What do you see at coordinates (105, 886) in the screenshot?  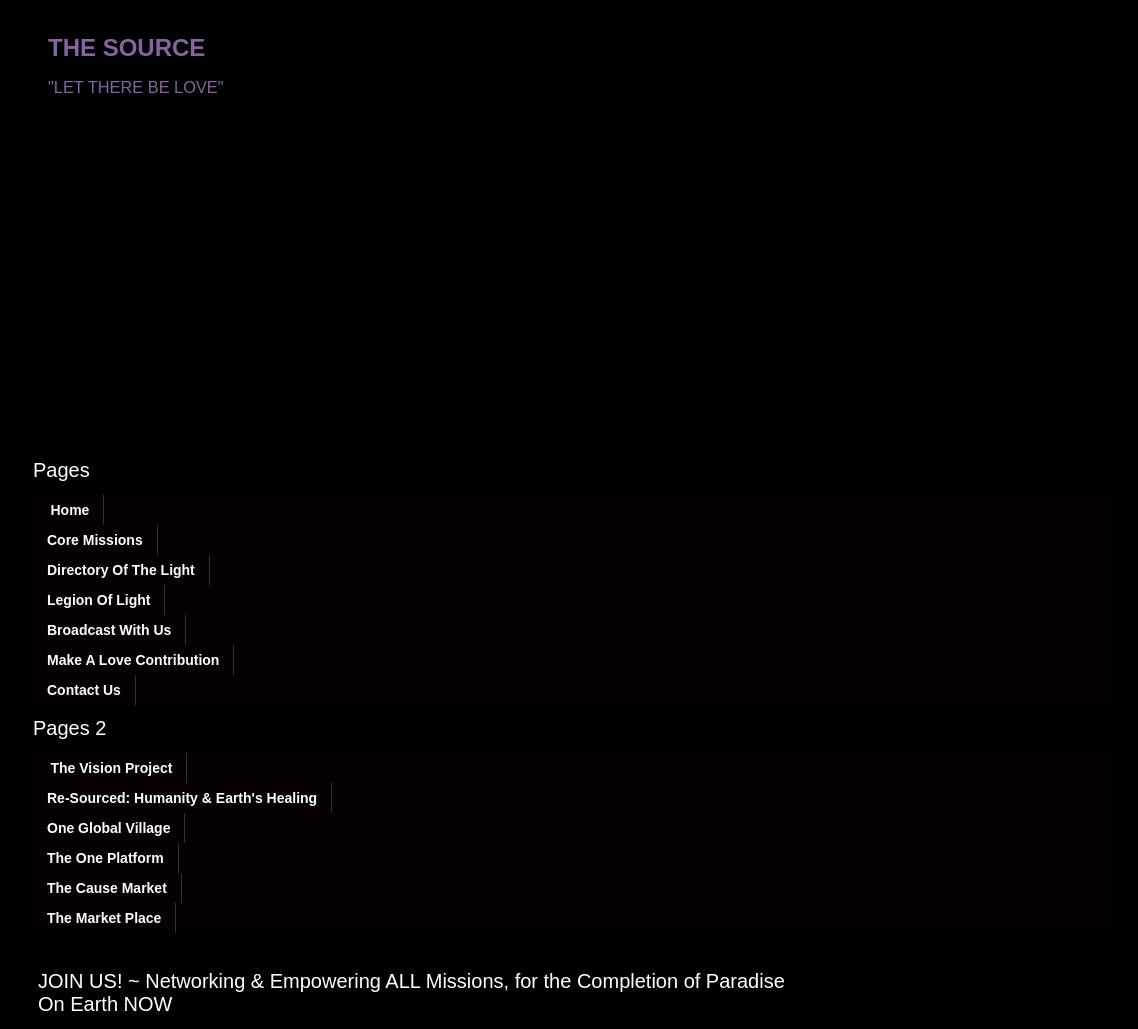 I see `'The Cause Market'` at bounding box center [105, 886].